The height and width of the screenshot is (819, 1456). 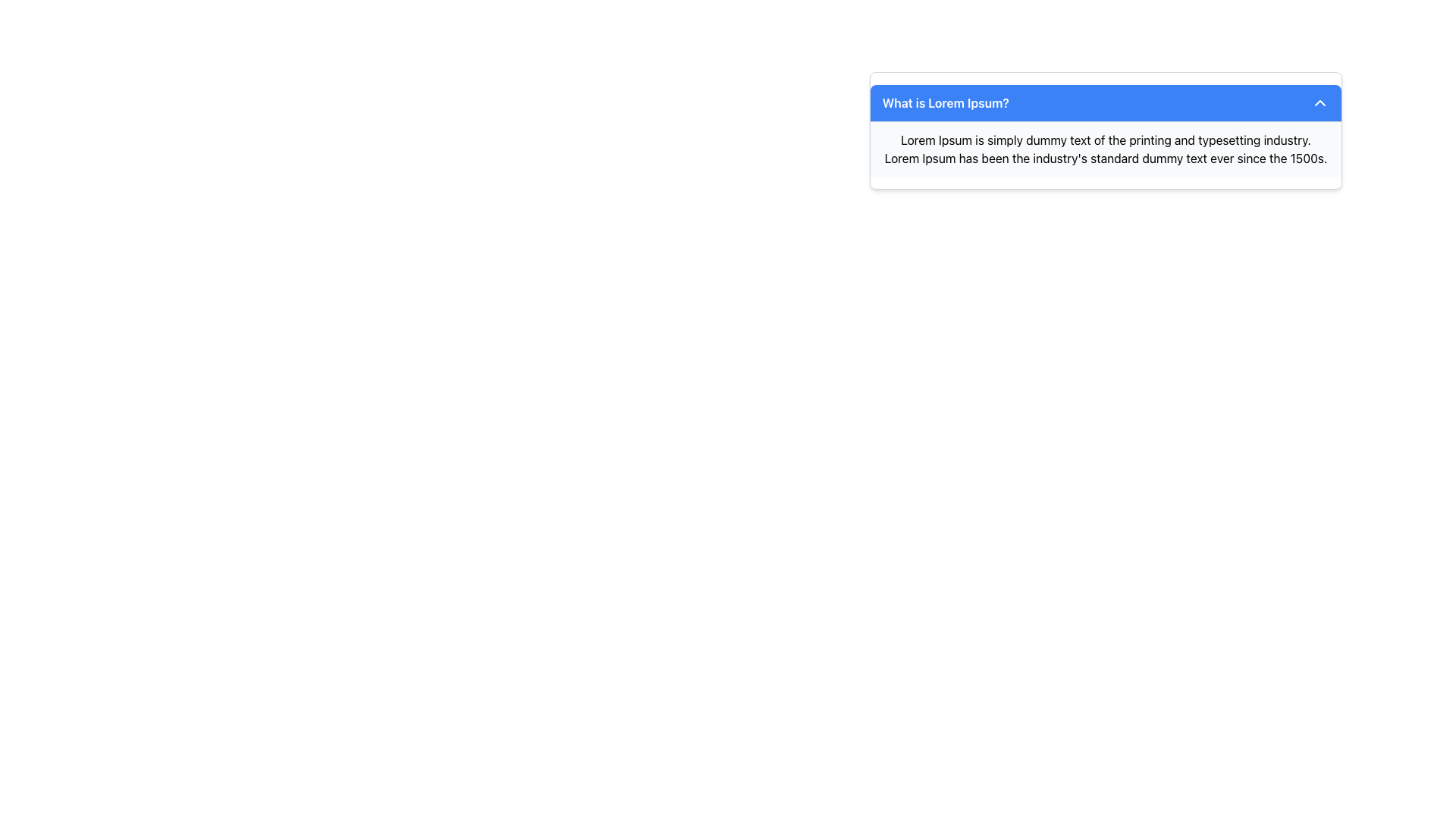 I want to click on the text block with a light gray background explaining the origin of 'Lorem Ipsum', positioned below the blue header titled 'What is Lorem Ipsum?', so click(x=1106, y=149).